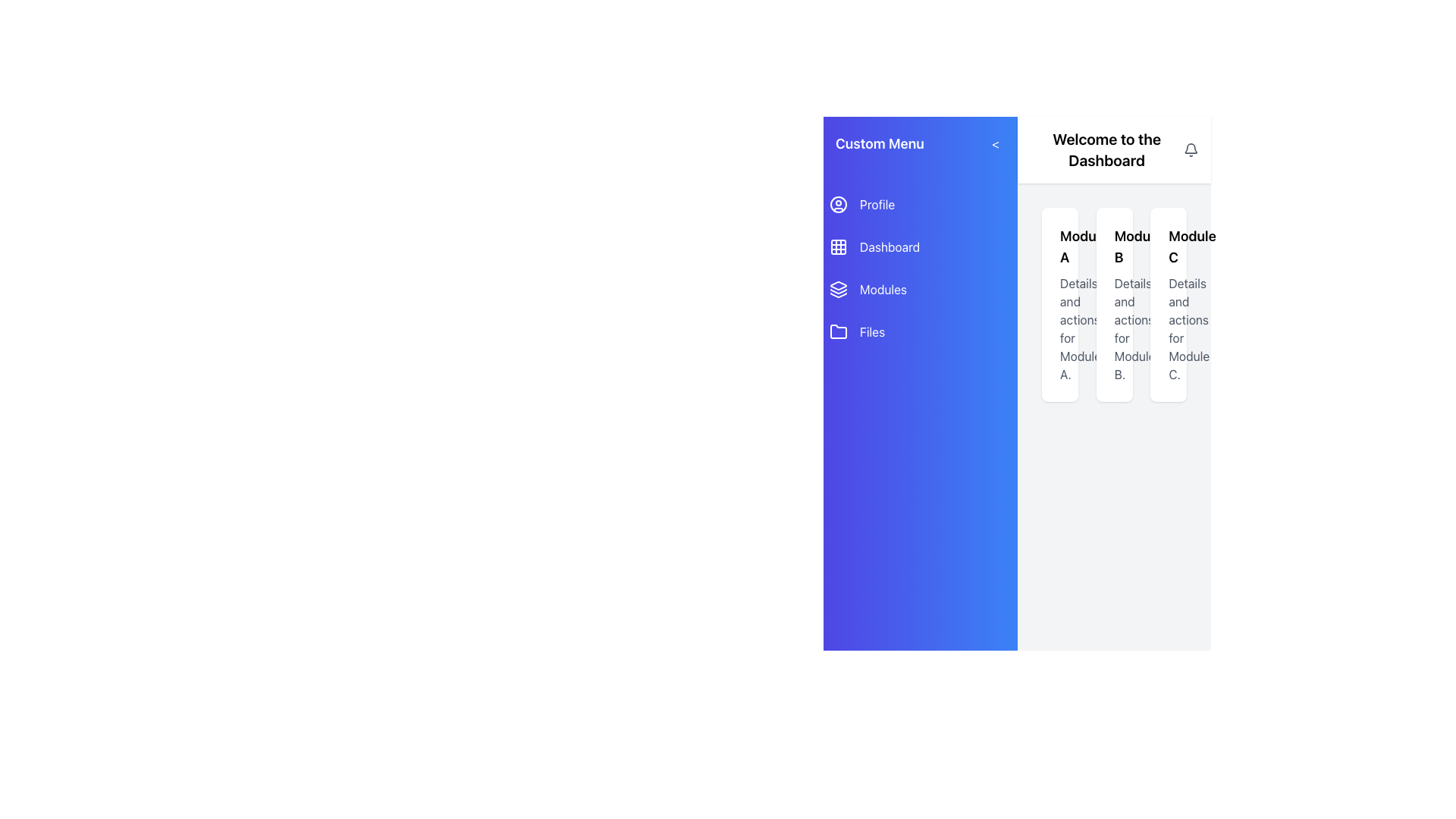  I want to click on the Dashboard icon, so click(837, 246).